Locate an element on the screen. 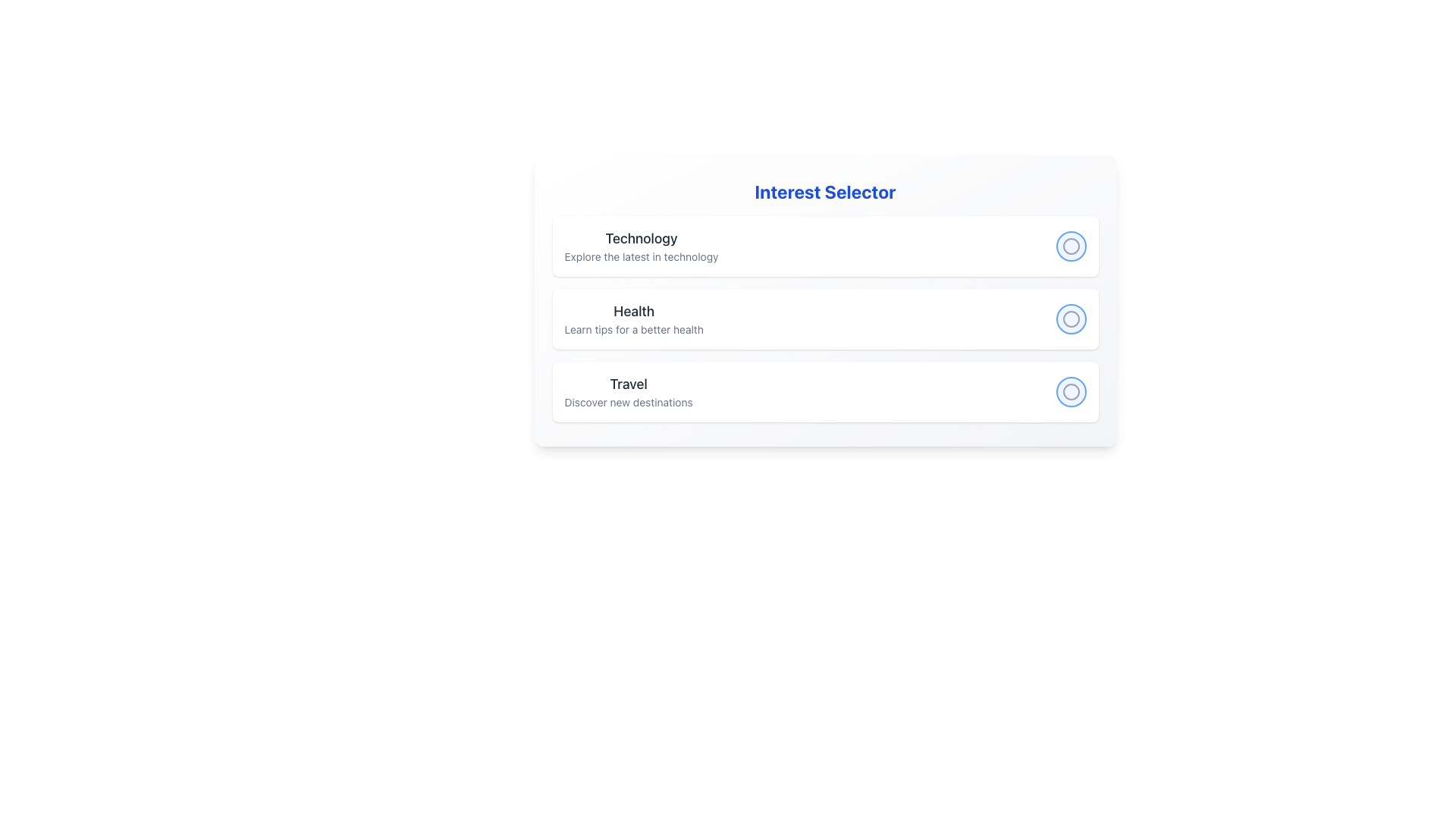 The height and width of the screenshot is (819, 1456). the circular indicator button with a smooth gray border, located to the right of the 'Health' item in a vertical list is located at coordinates (1070, 318).